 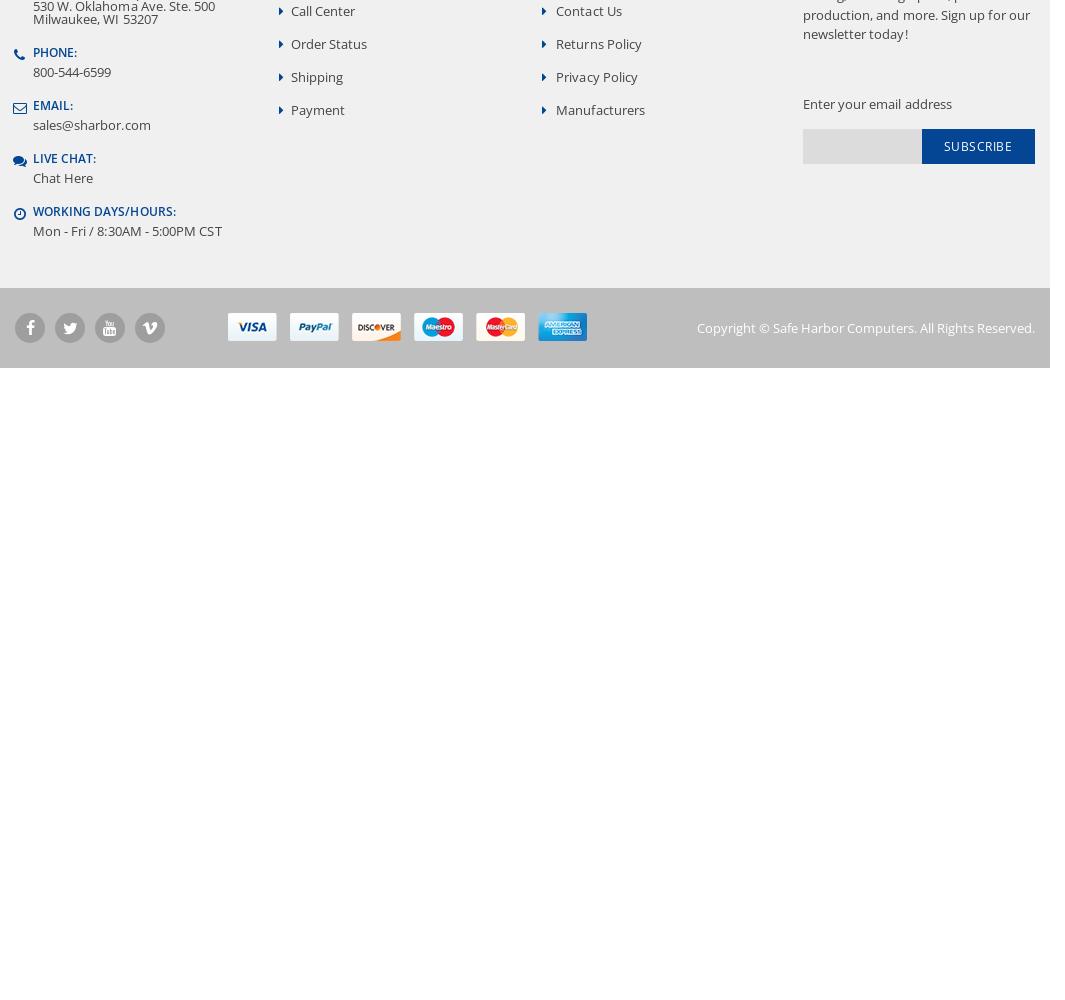 I want to click on 'Contact Us', so click(x=588, y=10).